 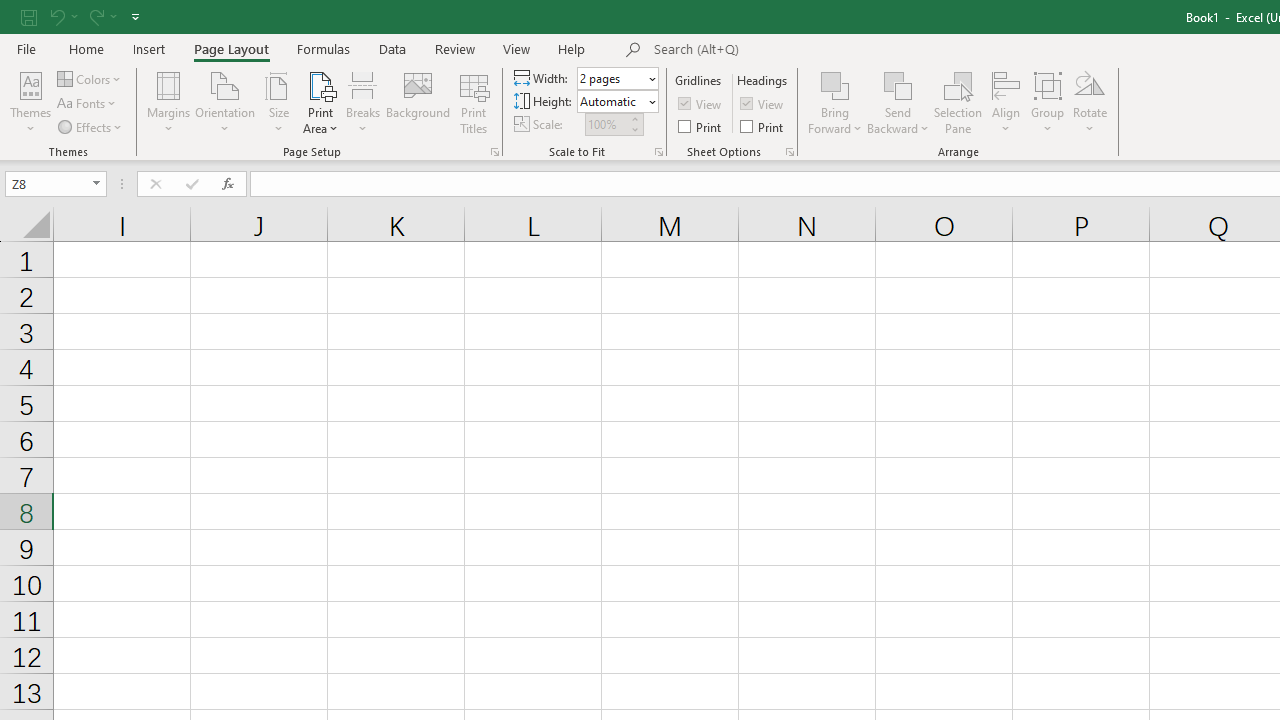 I want to click on 'Effects', so click(x=90, y=127).